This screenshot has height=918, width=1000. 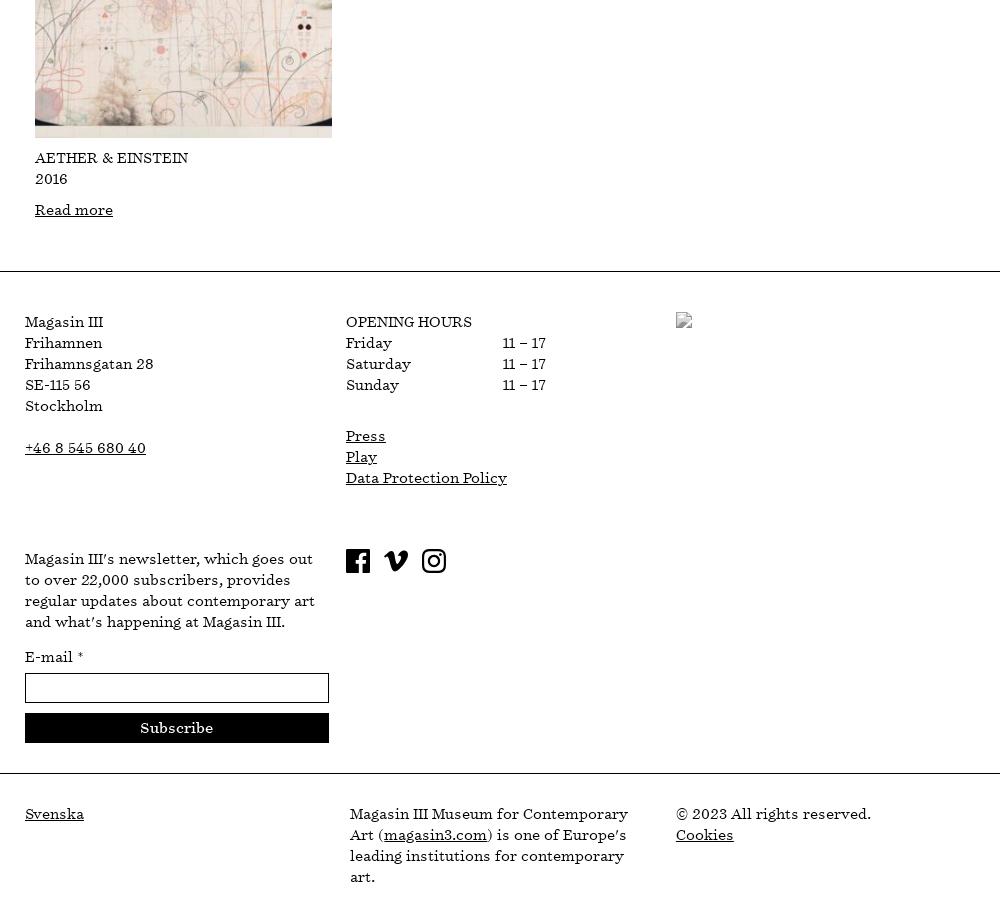 I want to click on 'Frihamnsgatan 28', so click(x=88, y=364).